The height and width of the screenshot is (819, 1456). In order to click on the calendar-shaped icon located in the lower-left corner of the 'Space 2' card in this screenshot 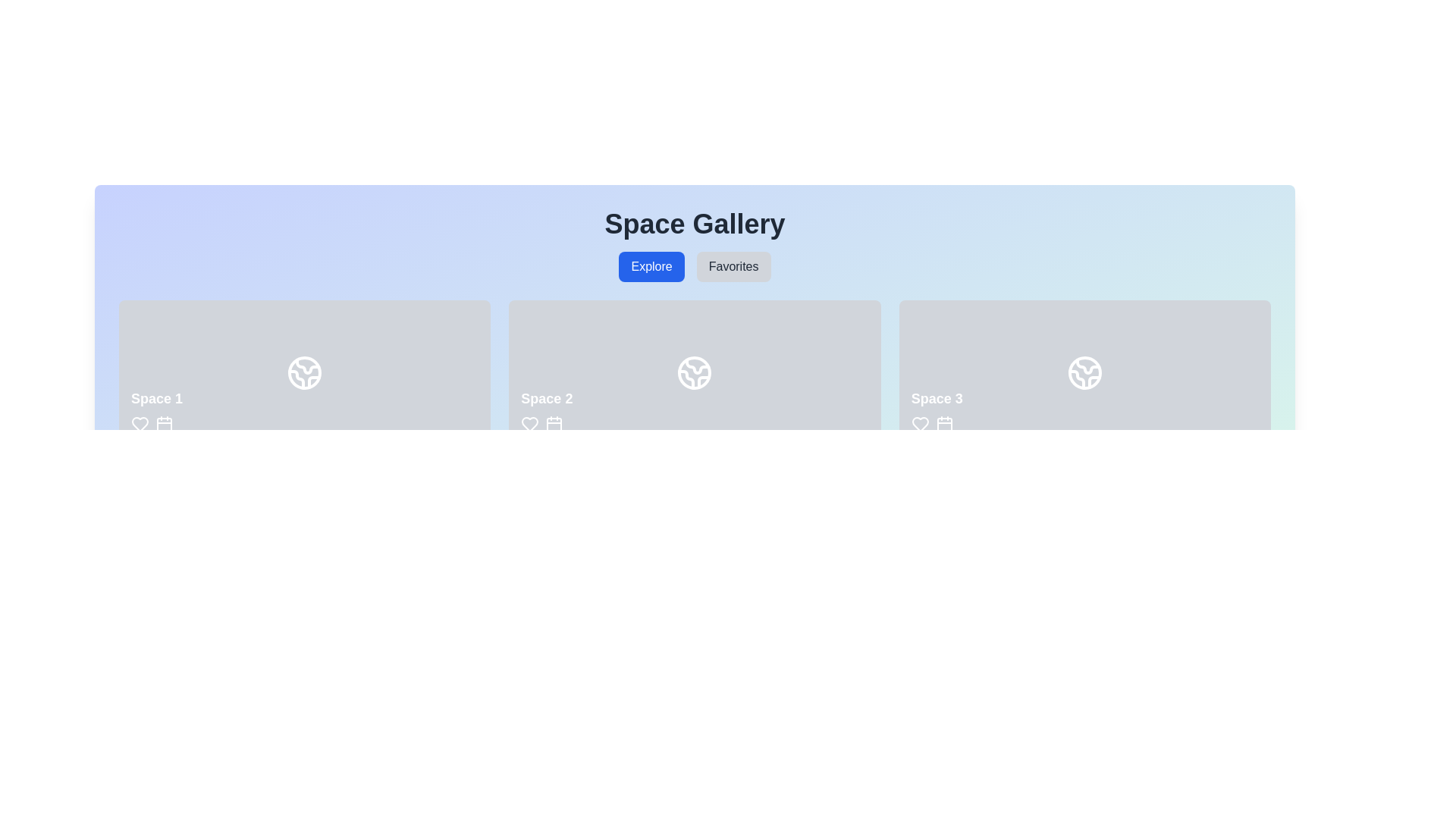, I will do `click(554, 424)`.